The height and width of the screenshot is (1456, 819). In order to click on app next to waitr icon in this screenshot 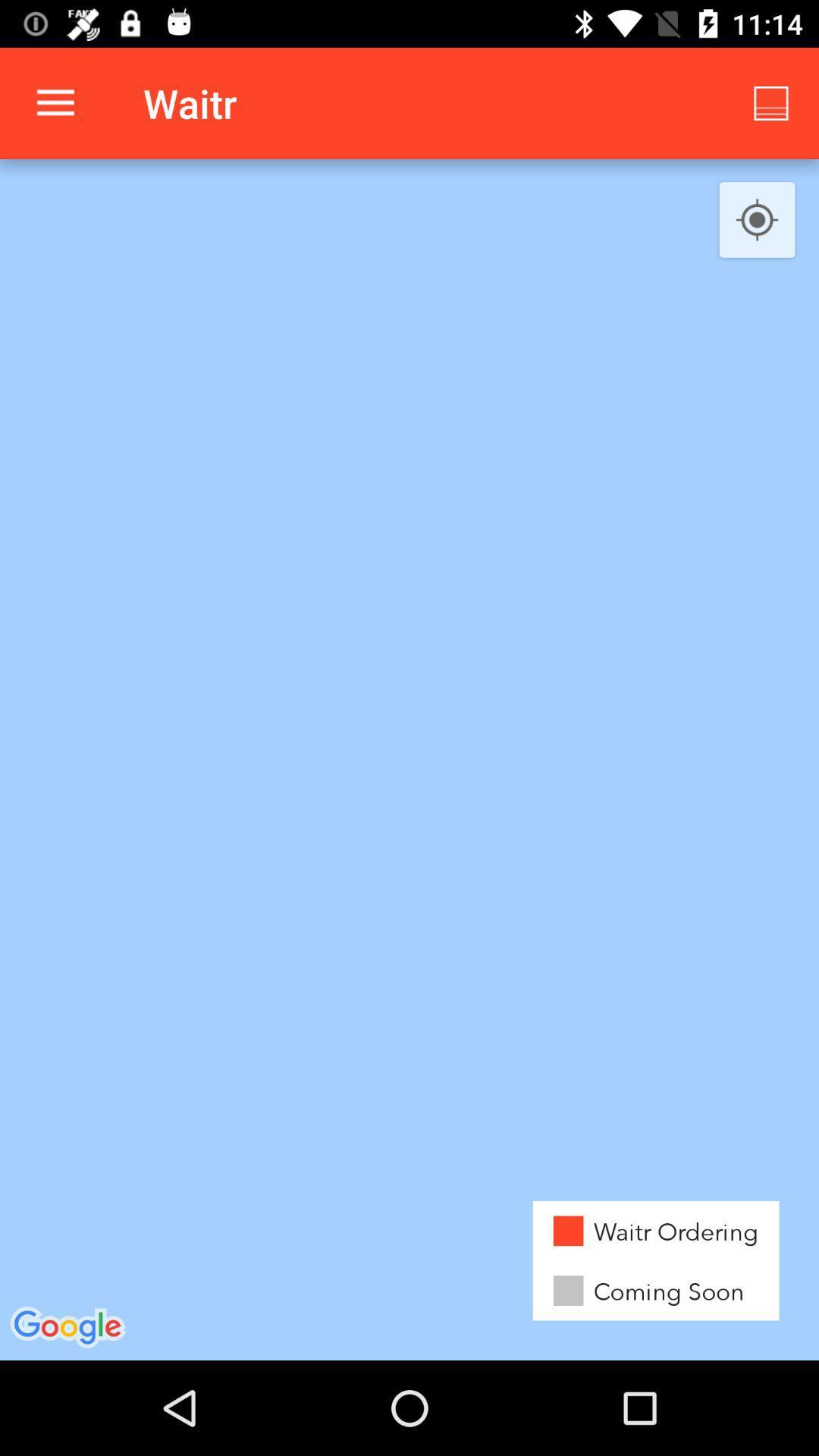, I will do `click(771, 102)`.